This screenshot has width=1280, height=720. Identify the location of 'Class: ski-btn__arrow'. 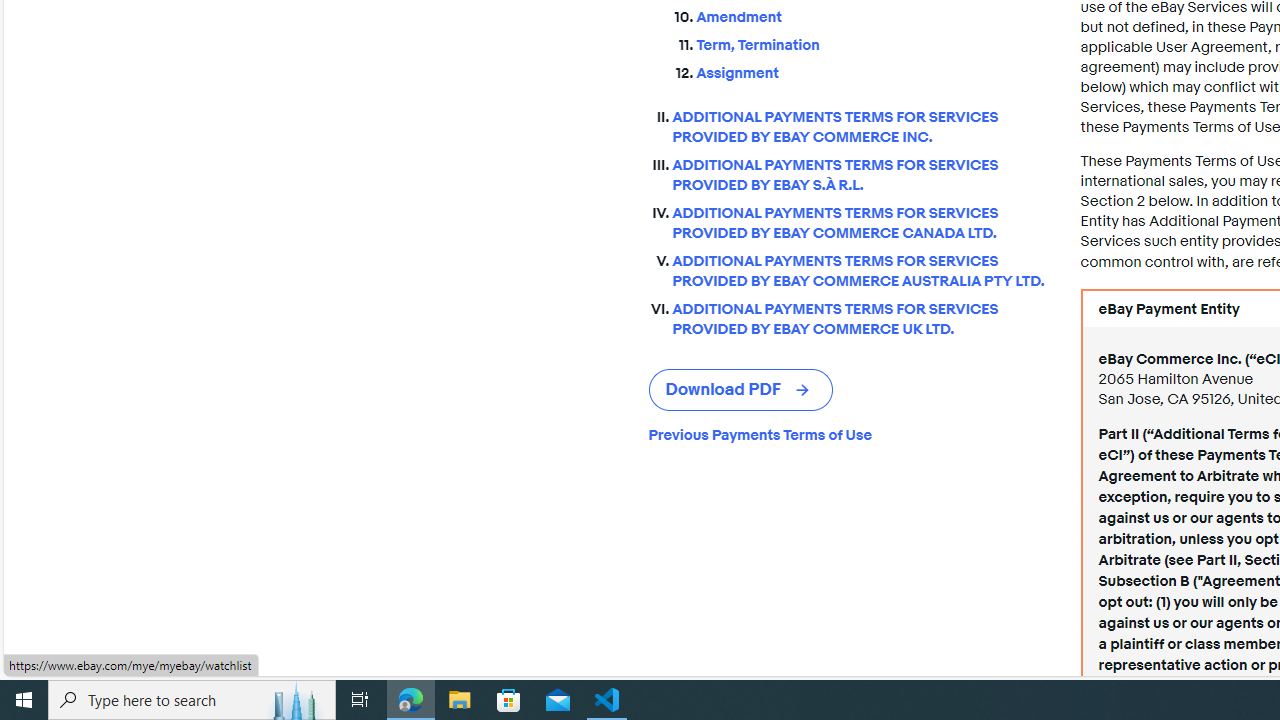
(804, 390).